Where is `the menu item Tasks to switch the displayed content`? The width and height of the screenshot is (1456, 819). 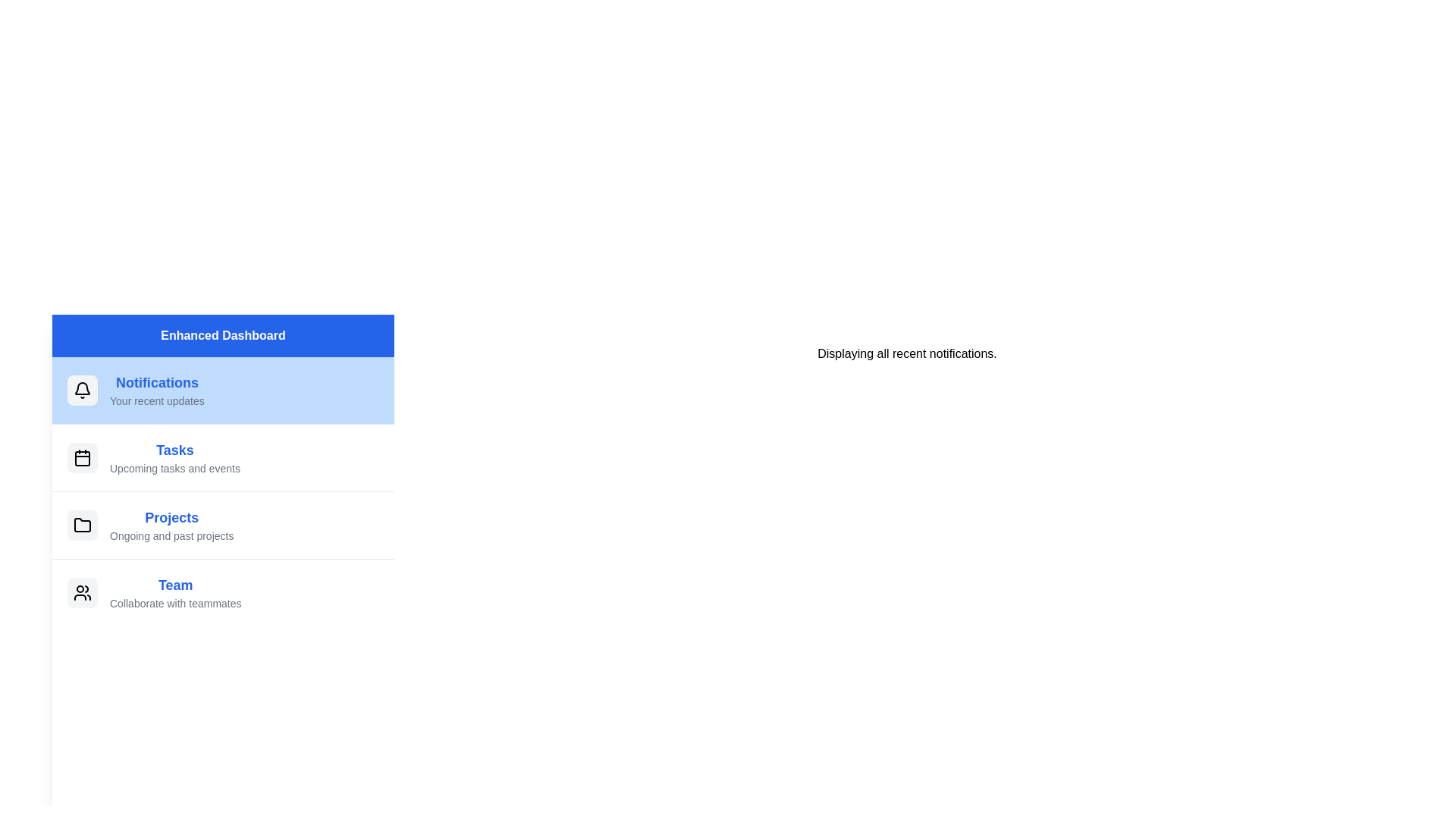 the menu item Tasks to switch the displayed content is located at coordinates (222, 457).